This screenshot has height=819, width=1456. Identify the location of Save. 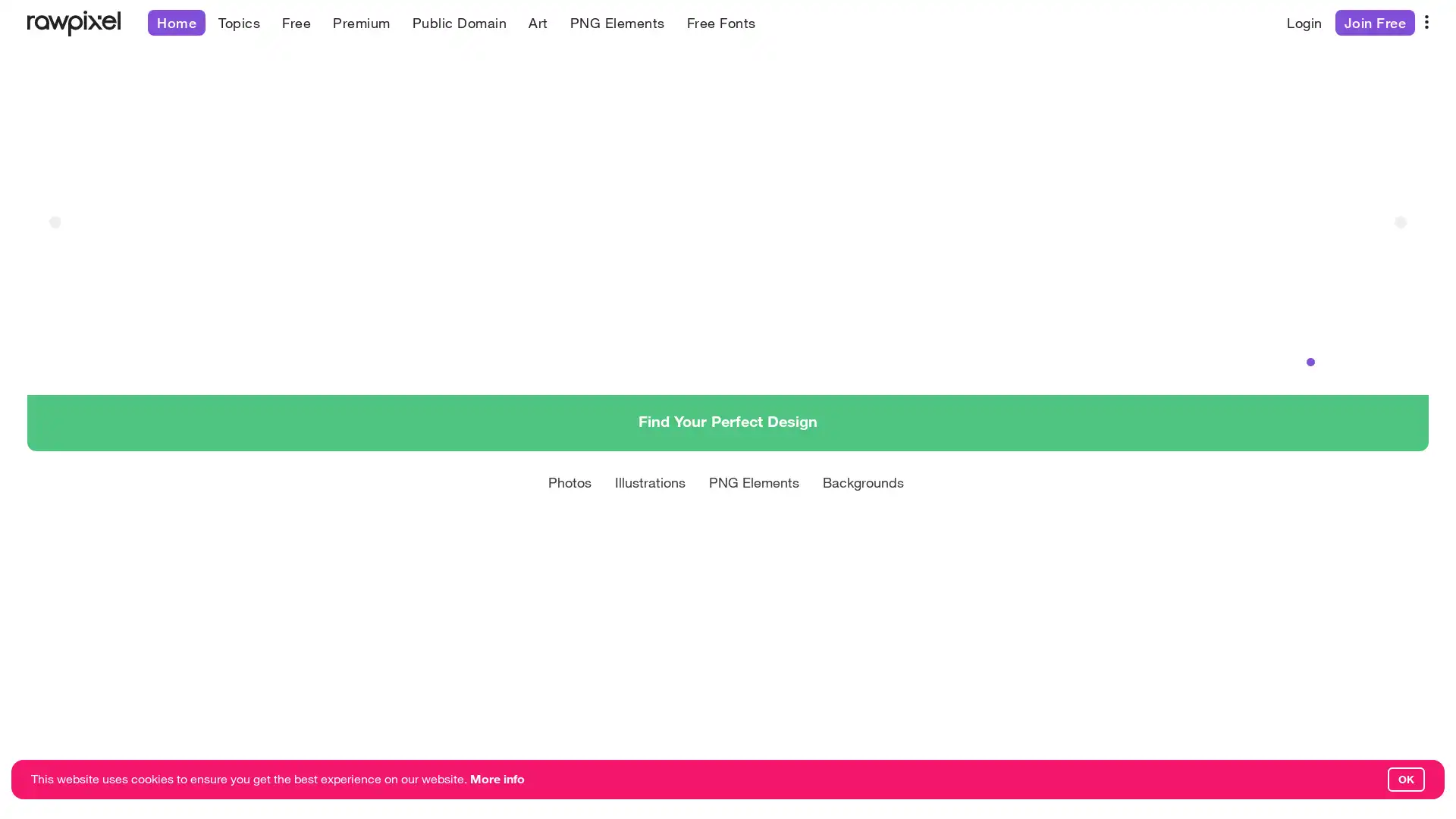
(422, 769).